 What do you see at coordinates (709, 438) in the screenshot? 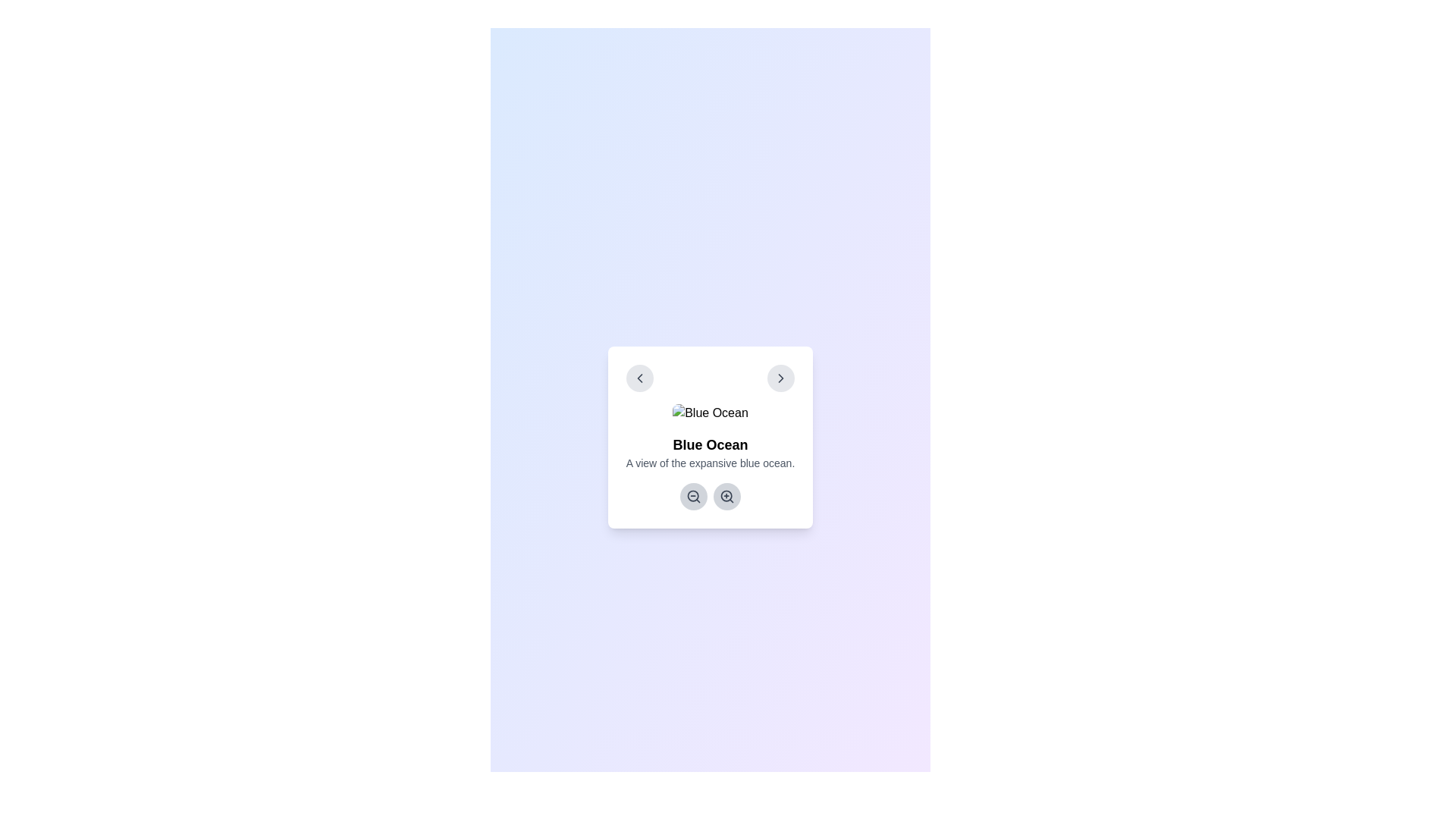
I see `the interactive text inside the descriptive content box titled 'Blue Ocean', which contains a header in bold and a description in smaller font` at bounding box center [709, 438].